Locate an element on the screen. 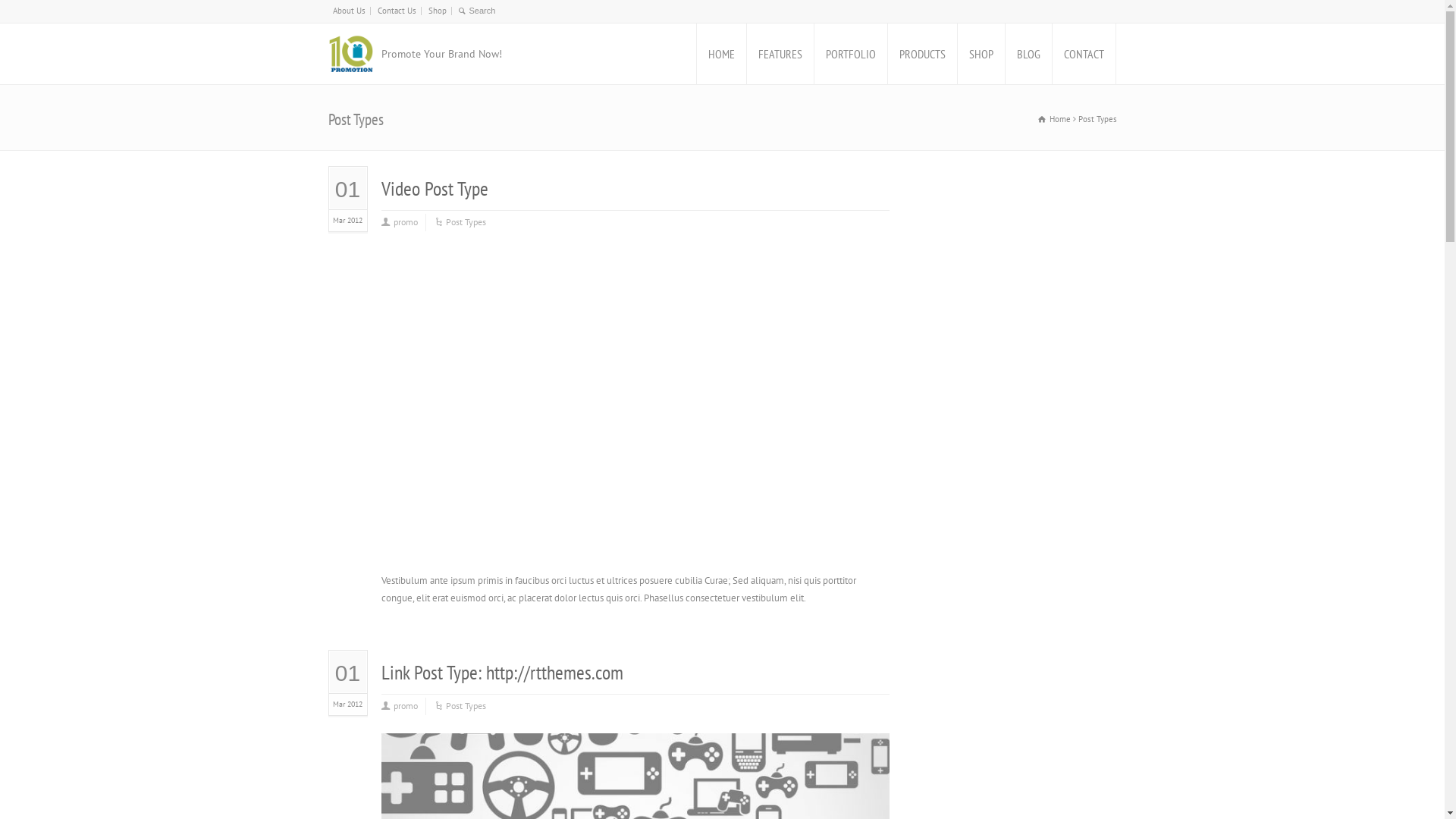 This screenshot has width=1456, height=819. 'Shop' is located at coordinates (427, 11).